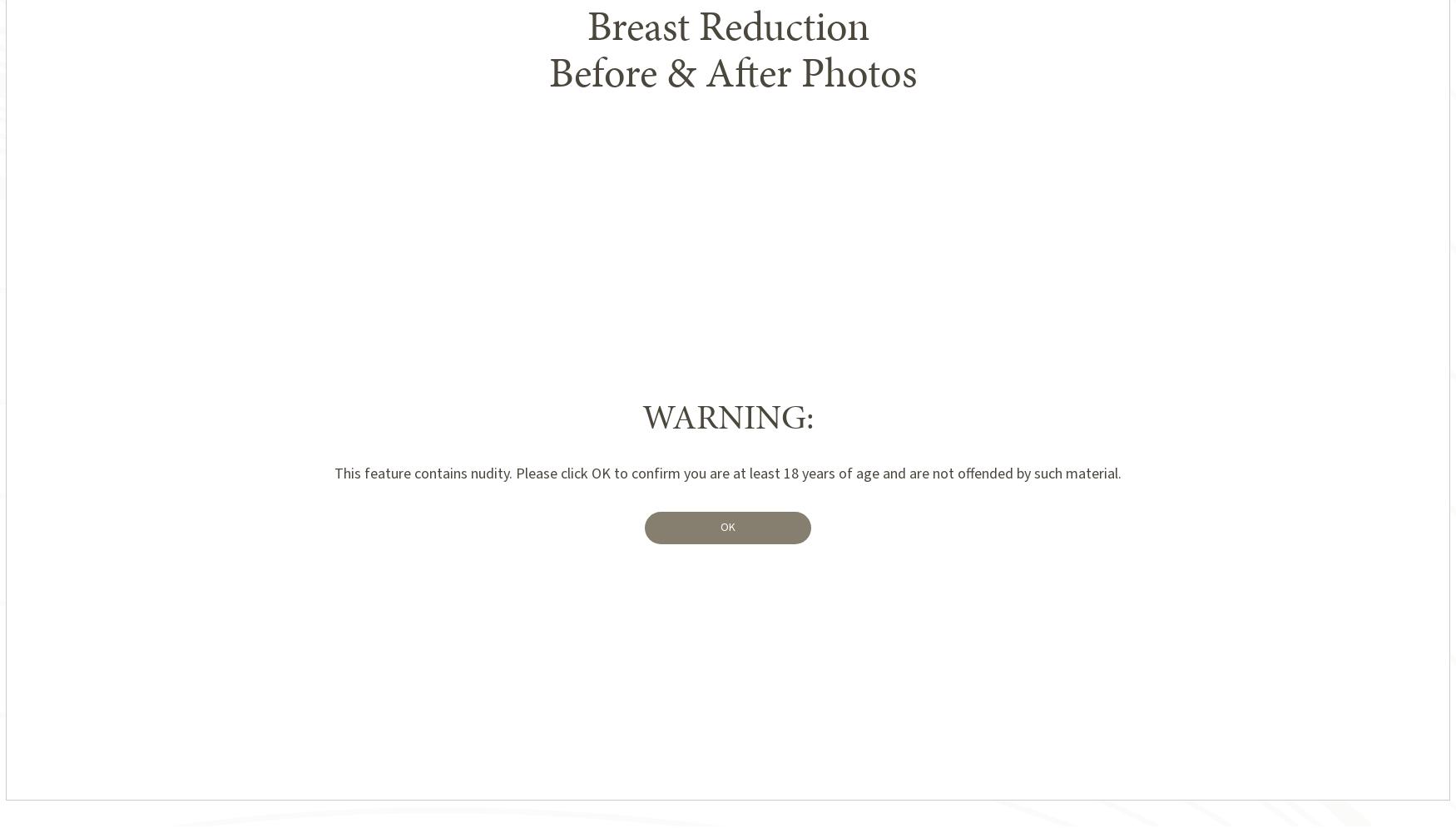 The image size is (1456, 838). What do you see at coordinates (294, 147) in the screenshot?
I see `'Featured Results'` at bounding box center [294, 147].